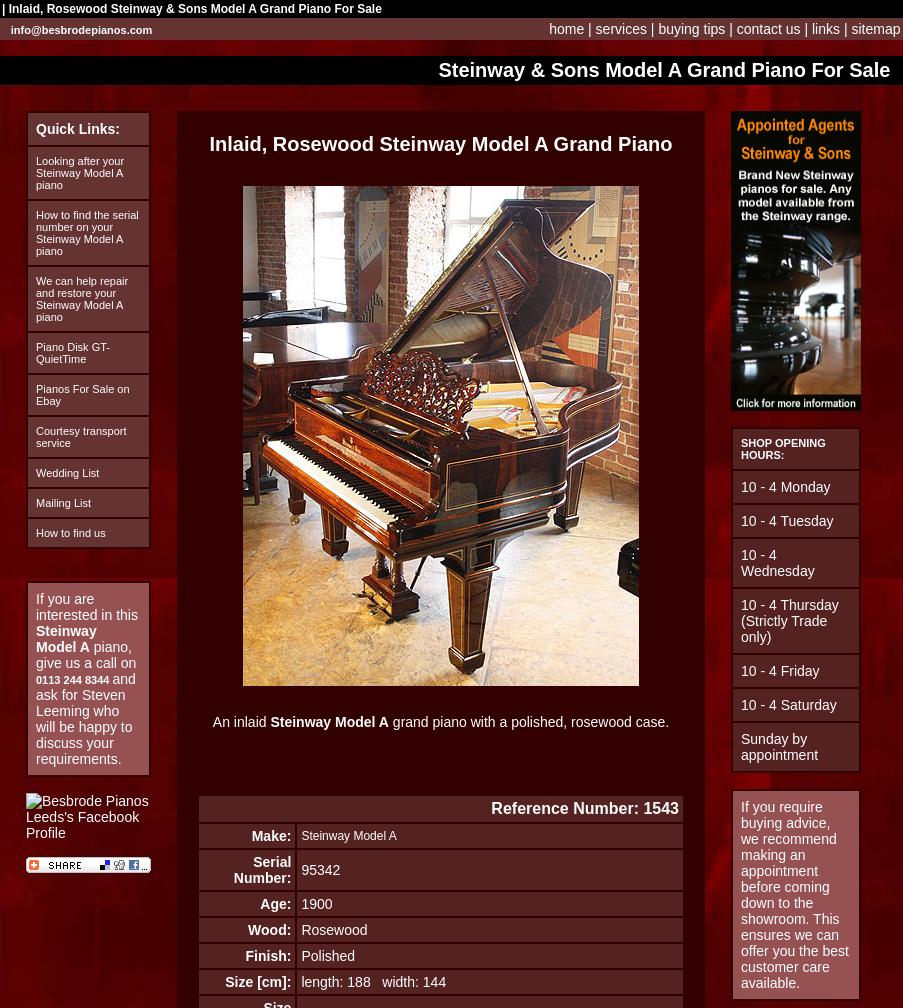 The image size is (903, 1008). I want to click on 'grand piano with a  polished, rosewood  case.', so click(387, 722).